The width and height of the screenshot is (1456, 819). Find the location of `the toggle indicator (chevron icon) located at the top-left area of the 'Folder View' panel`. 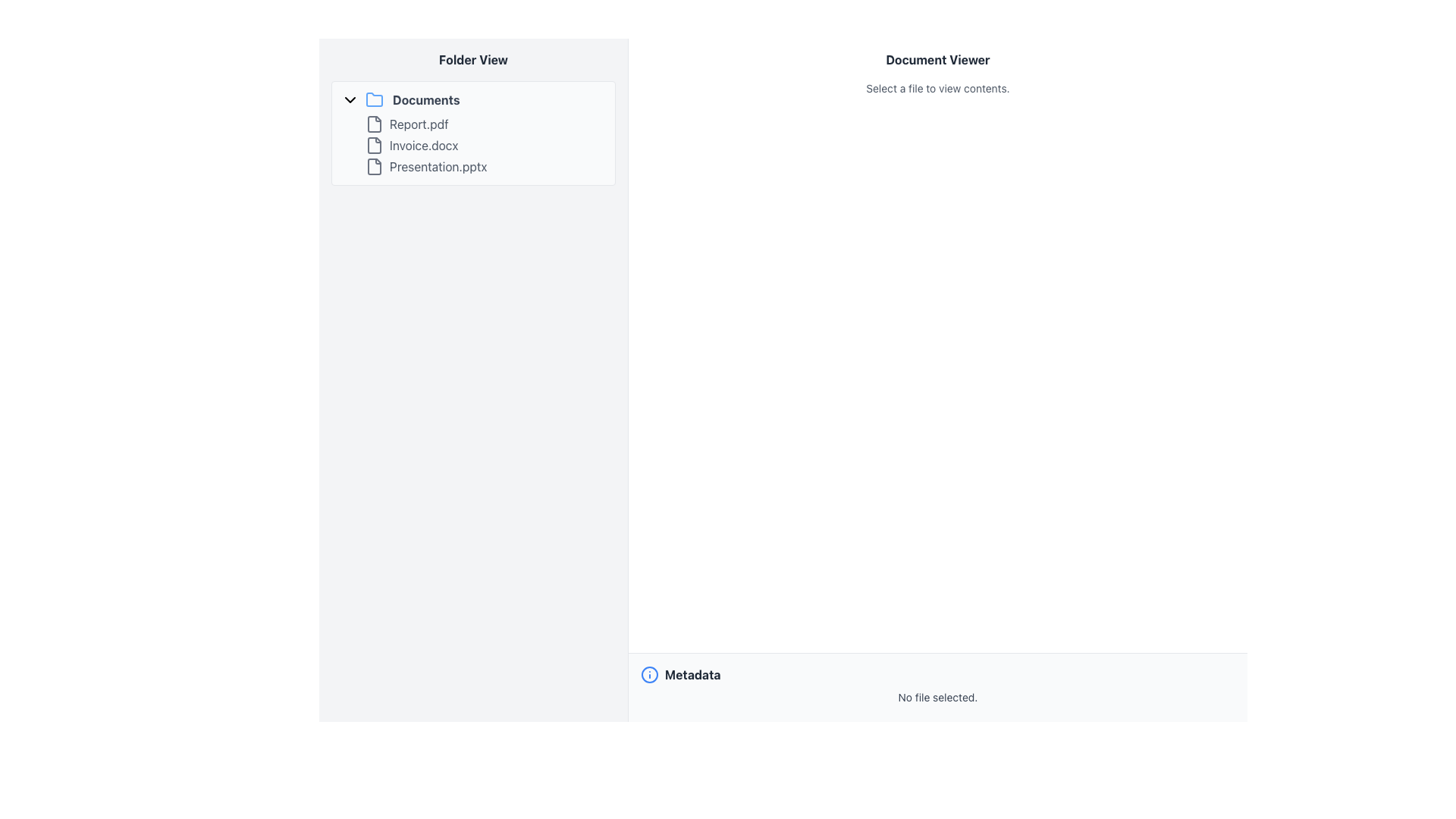

the toggle indicator (chevron icon) located at the top-left area of the 'Folder View' panel is located at coordinates (349, 99).